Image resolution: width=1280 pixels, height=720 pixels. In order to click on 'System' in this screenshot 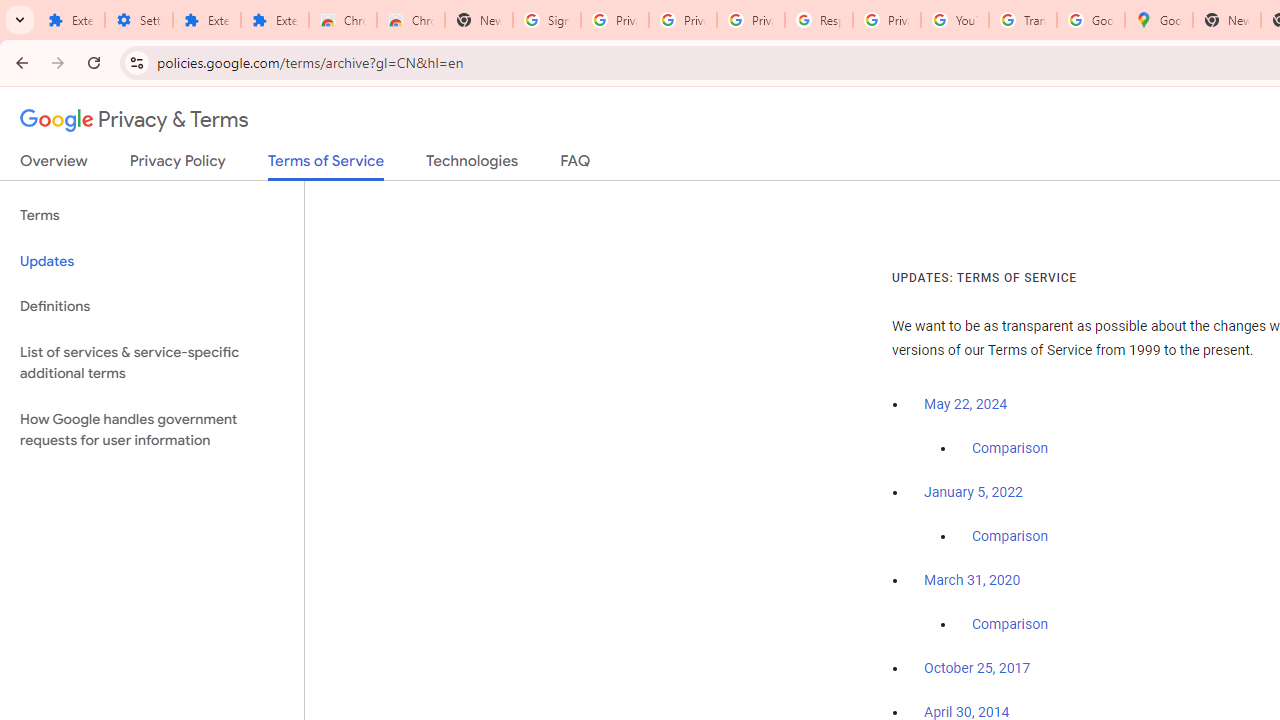, I will do `click(10, 11)`.